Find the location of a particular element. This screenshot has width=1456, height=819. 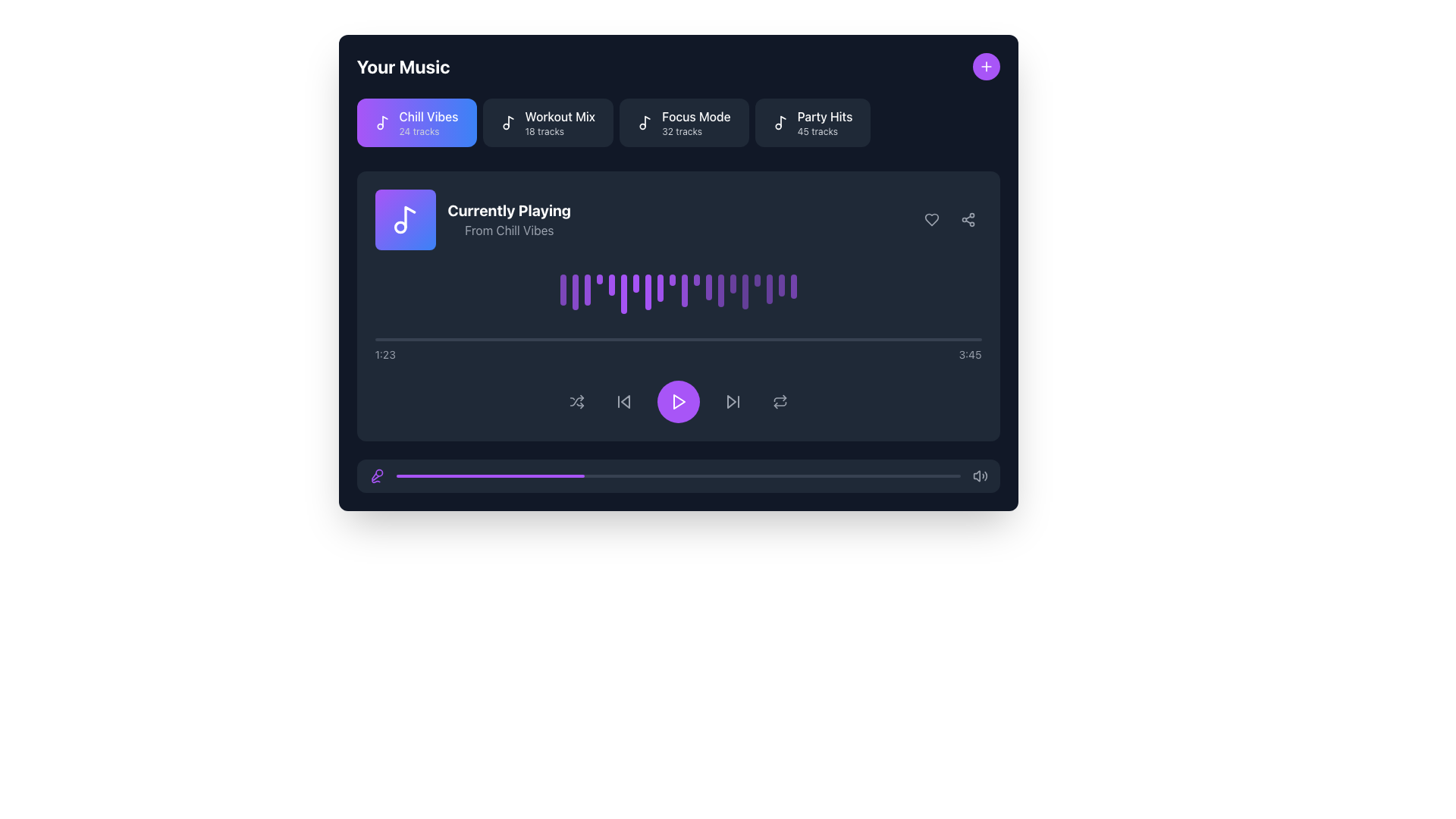

the decorative circular element that represents the lower part of the music note icon is located at coordinates (400, 227).